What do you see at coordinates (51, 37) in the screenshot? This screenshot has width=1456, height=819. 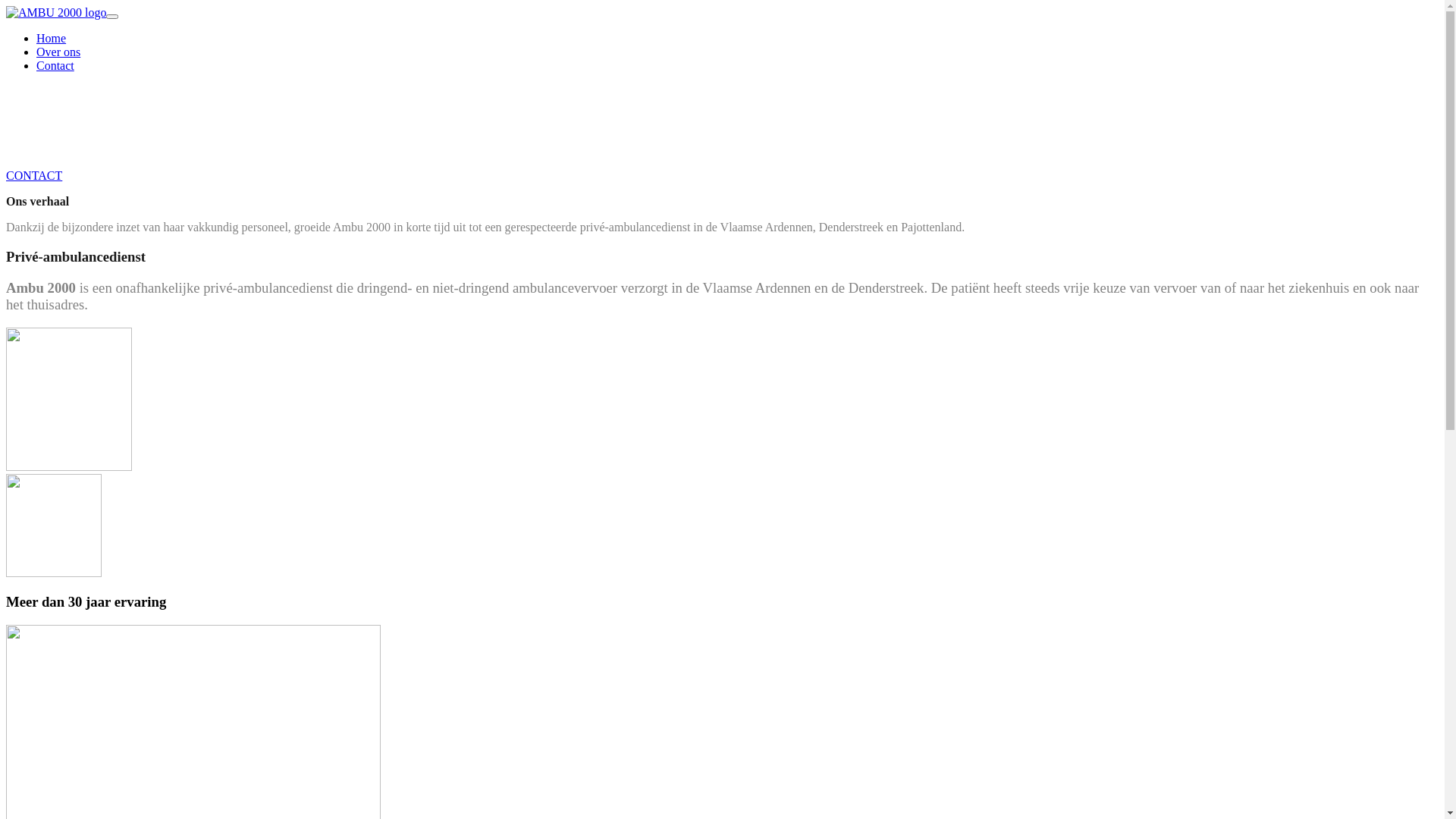 I see `'Home'` at bounding box center [51, 37].